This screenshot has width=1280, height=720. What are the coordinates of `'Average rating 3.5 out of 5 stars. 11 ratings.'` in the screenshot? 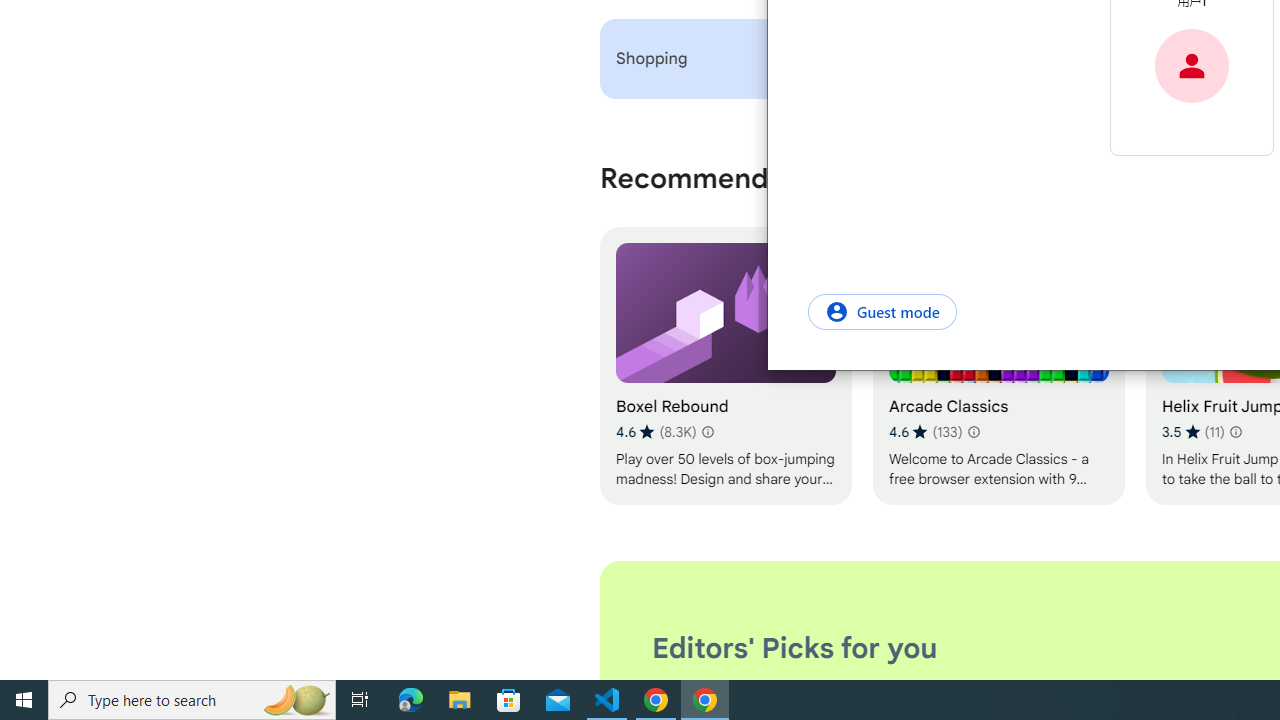 It's located at (1192, 431).